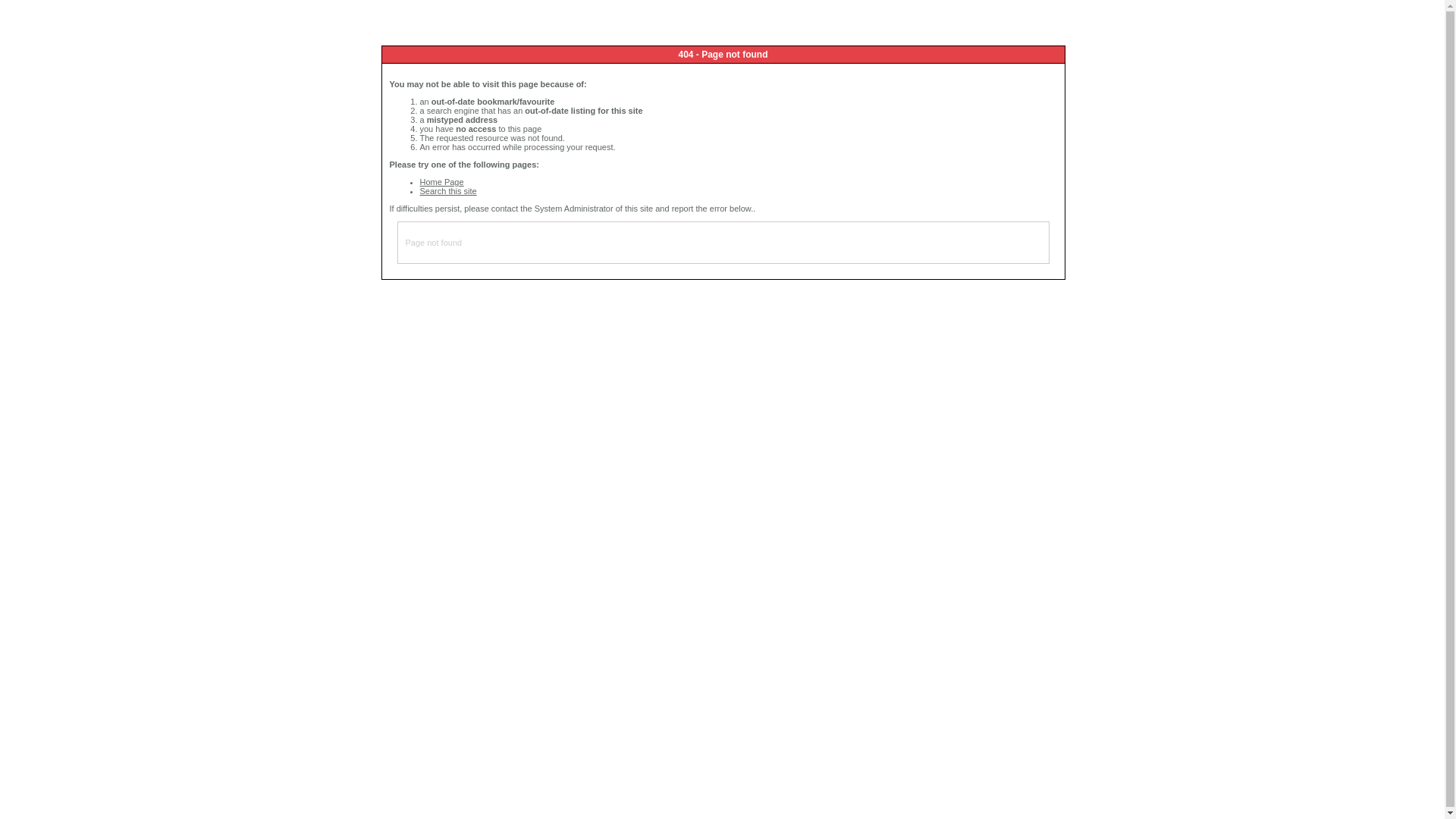 This screenshot has height=819, width=1456. I want to click on 'Search this site', so click(447, 190).